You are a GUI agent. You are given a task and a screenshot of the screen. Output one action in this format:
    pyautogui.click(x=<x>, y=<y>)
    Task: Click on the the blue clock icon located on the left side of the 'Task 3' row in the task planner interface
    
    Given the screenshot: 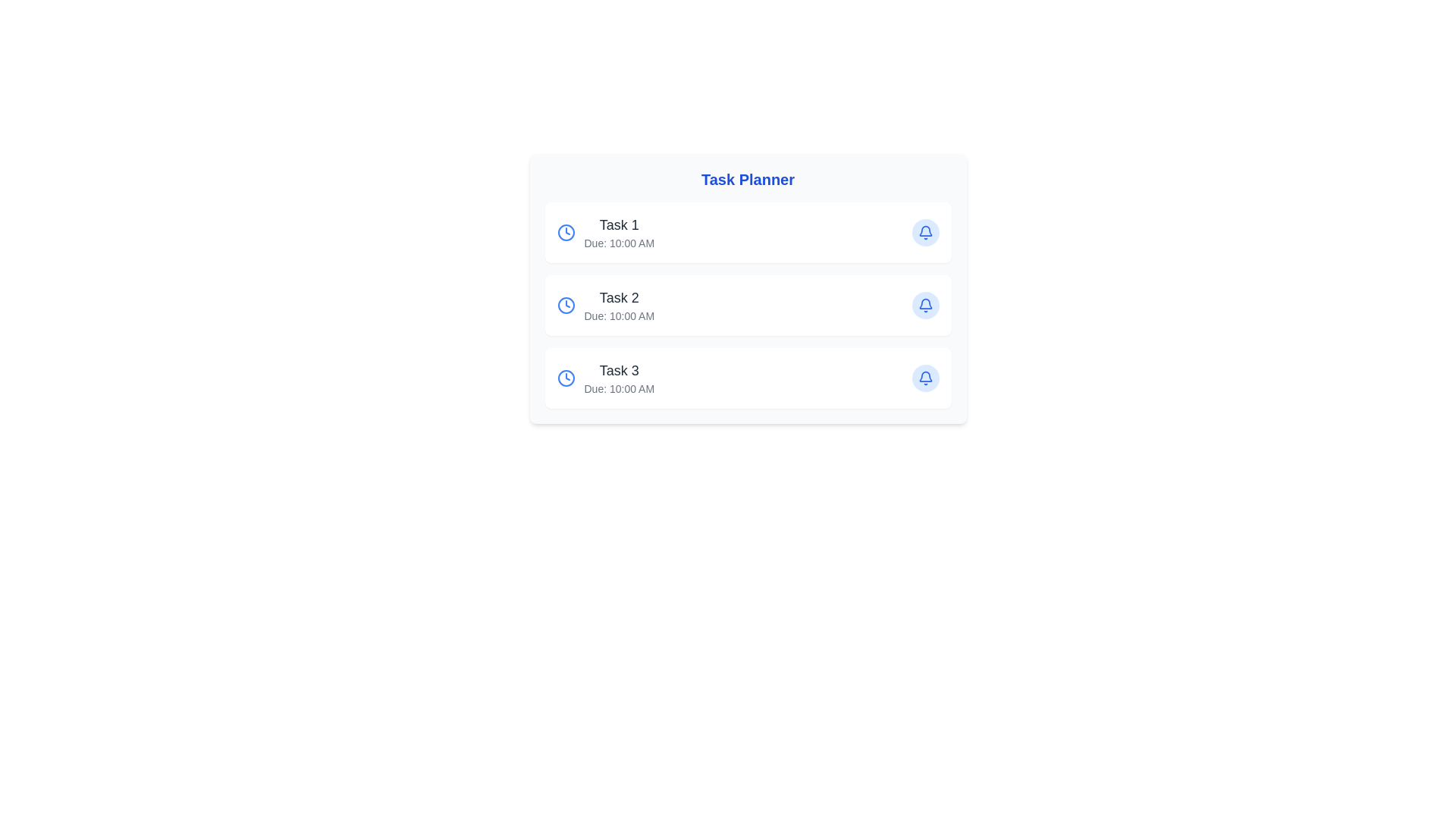 What is the action you would take?
    pyautogui.click(x=565, y=377)
    